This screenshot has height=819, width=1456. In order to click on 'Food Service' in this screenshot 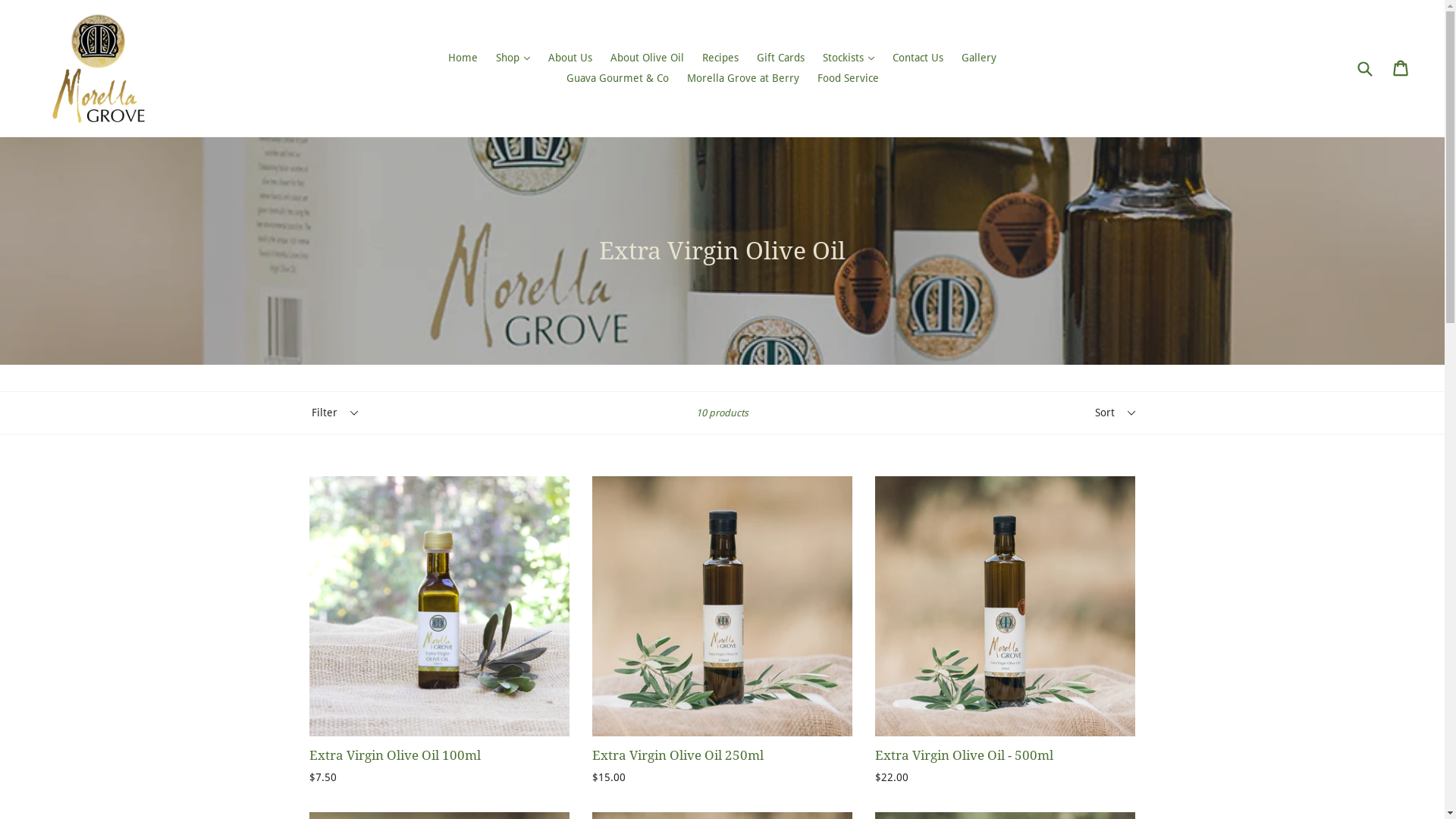, I will do `click(847, 78)`.